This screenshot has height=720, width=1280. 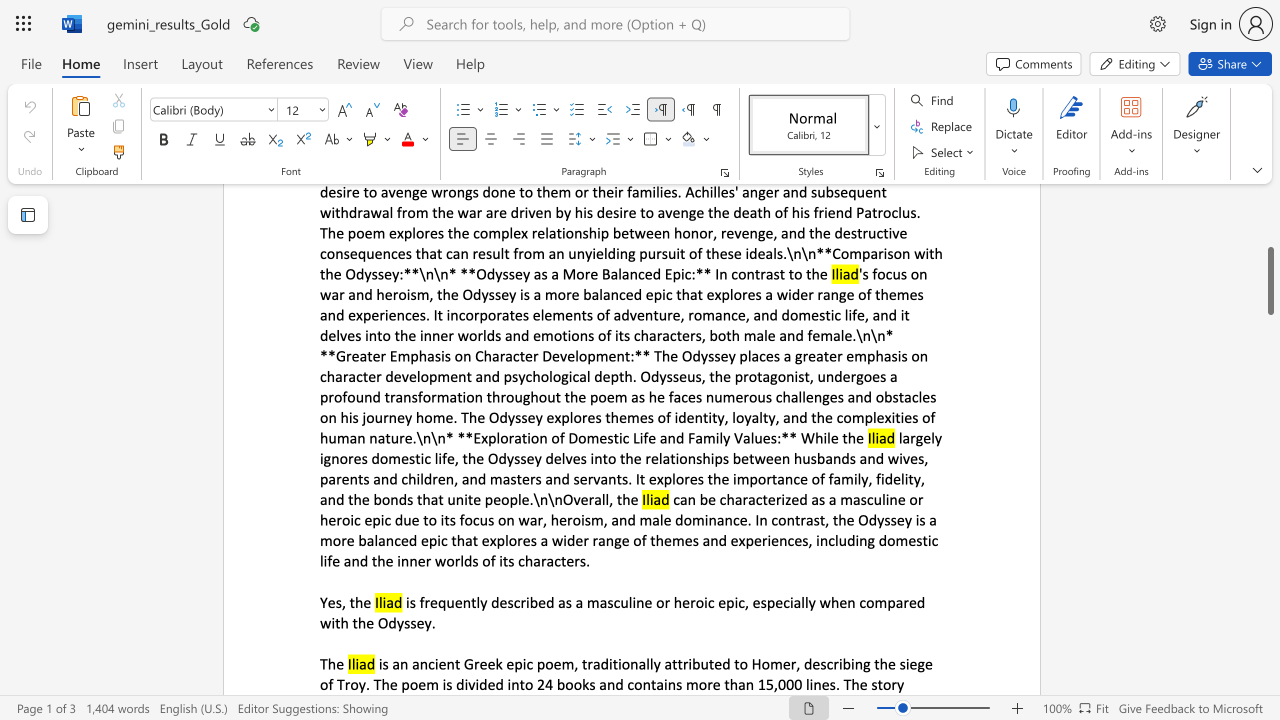 What do you see at coordinates (1269, 281) in the screenshot?
I see `the scrollbar and move up 210 pixels` at bounding box center [1269, 281].